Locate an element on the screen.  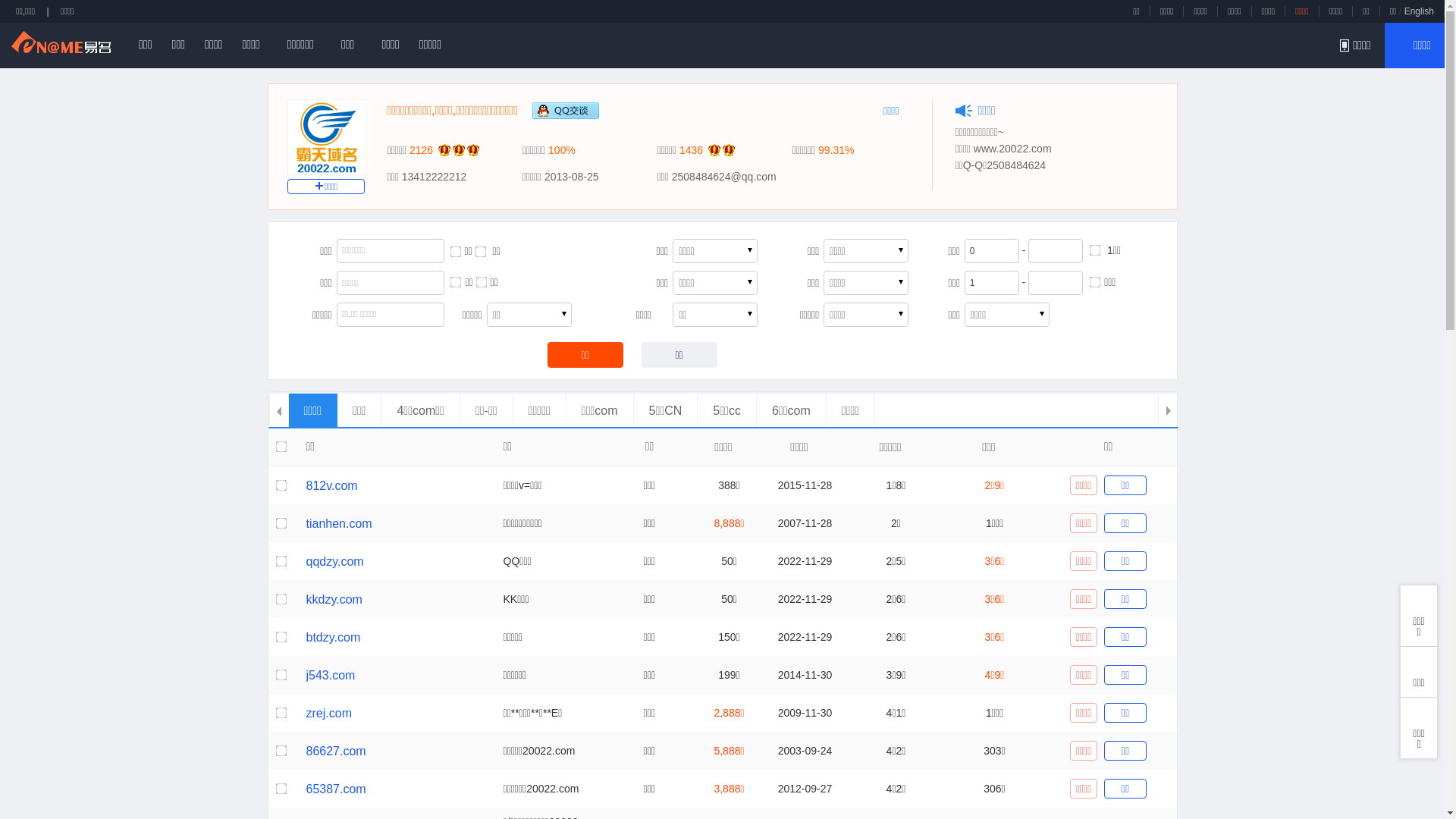
'j543.com' is located at coordinates (330, 674).